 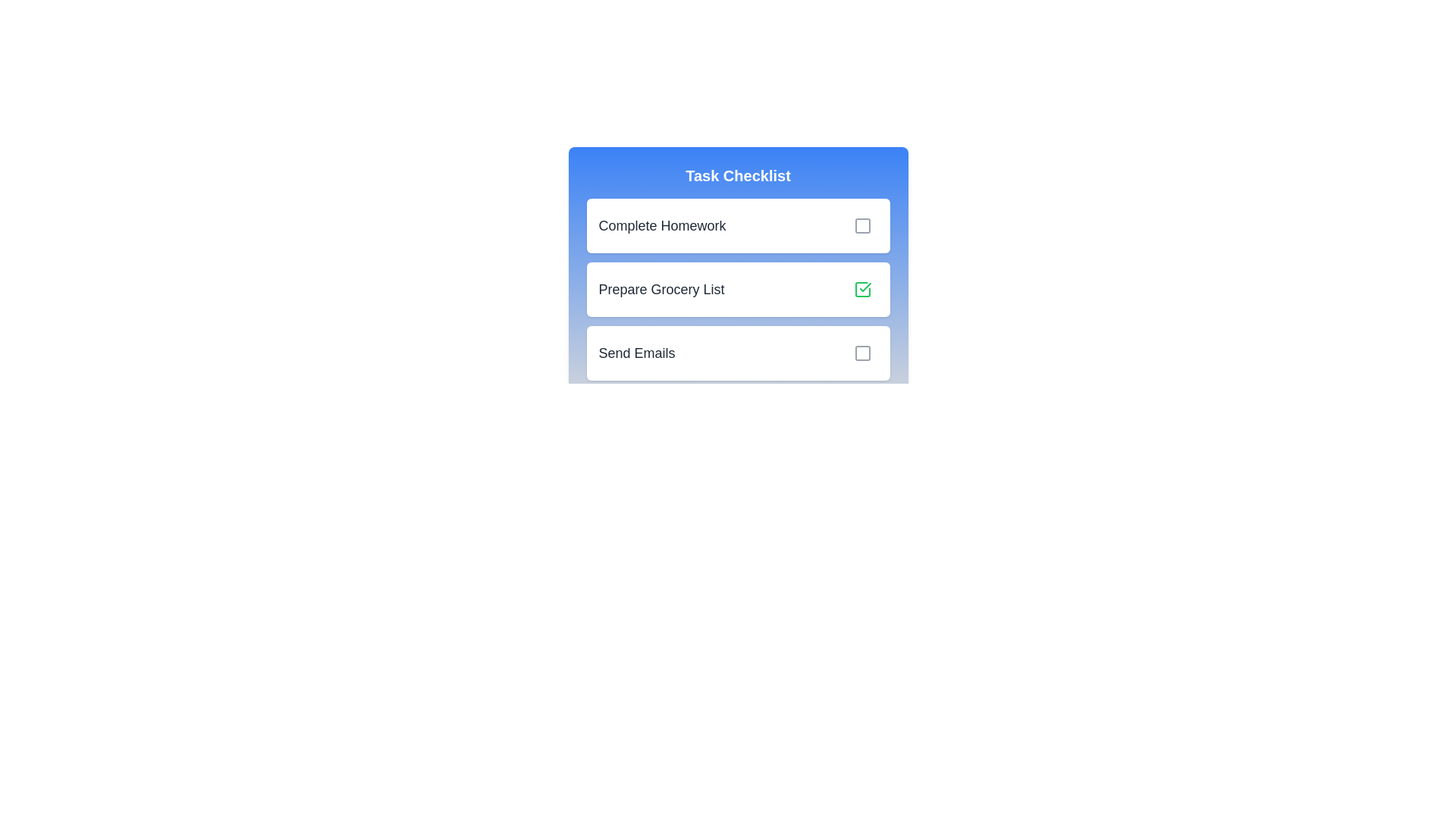 I want to click on the button corresponding to Prepare Grocery List, so click(x=862, y=289).